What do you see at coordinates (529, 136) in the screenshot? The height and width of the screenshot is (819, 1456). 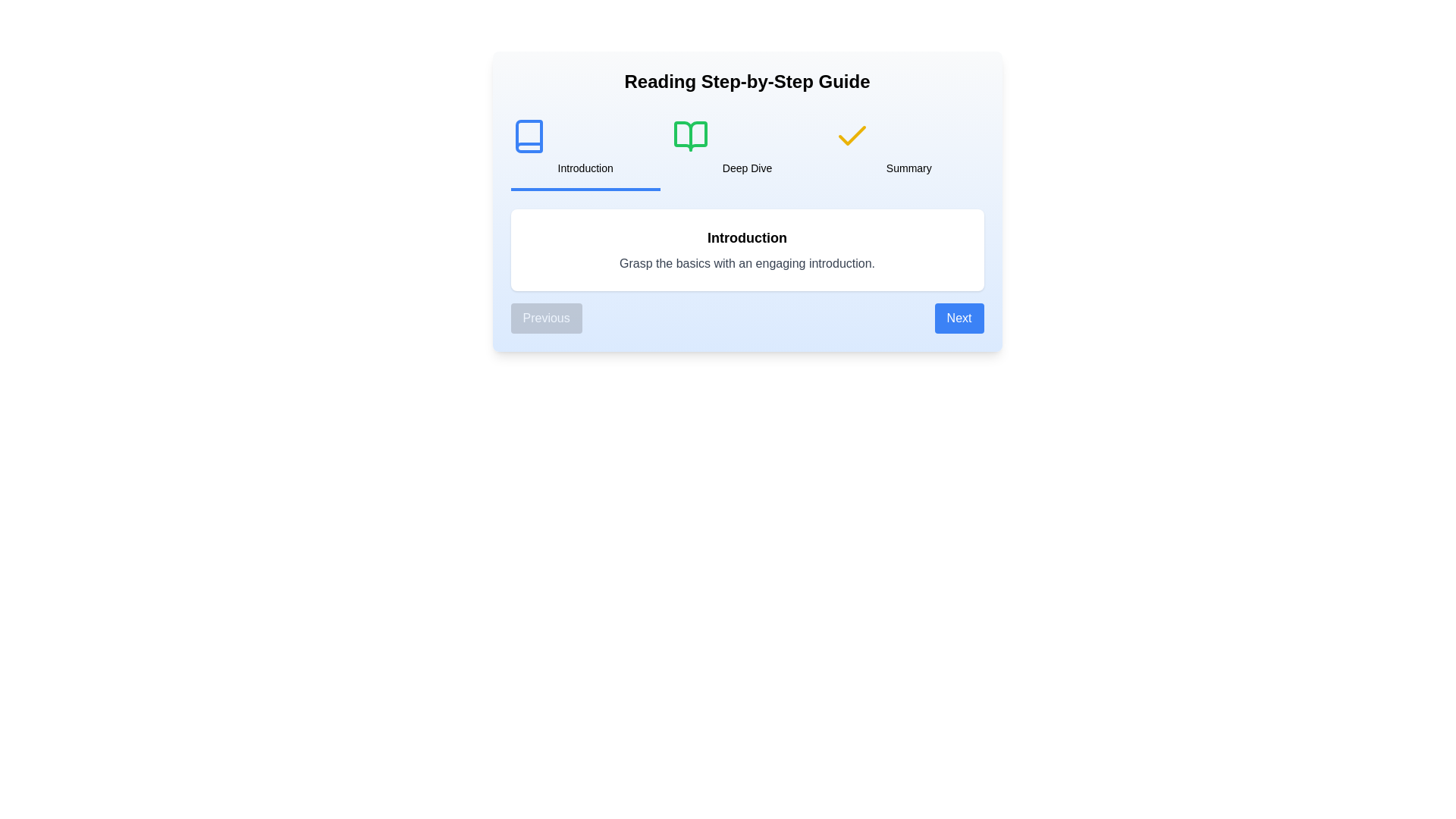 I see `the icon representing the step Introduction` at bounding box center [529, 136].